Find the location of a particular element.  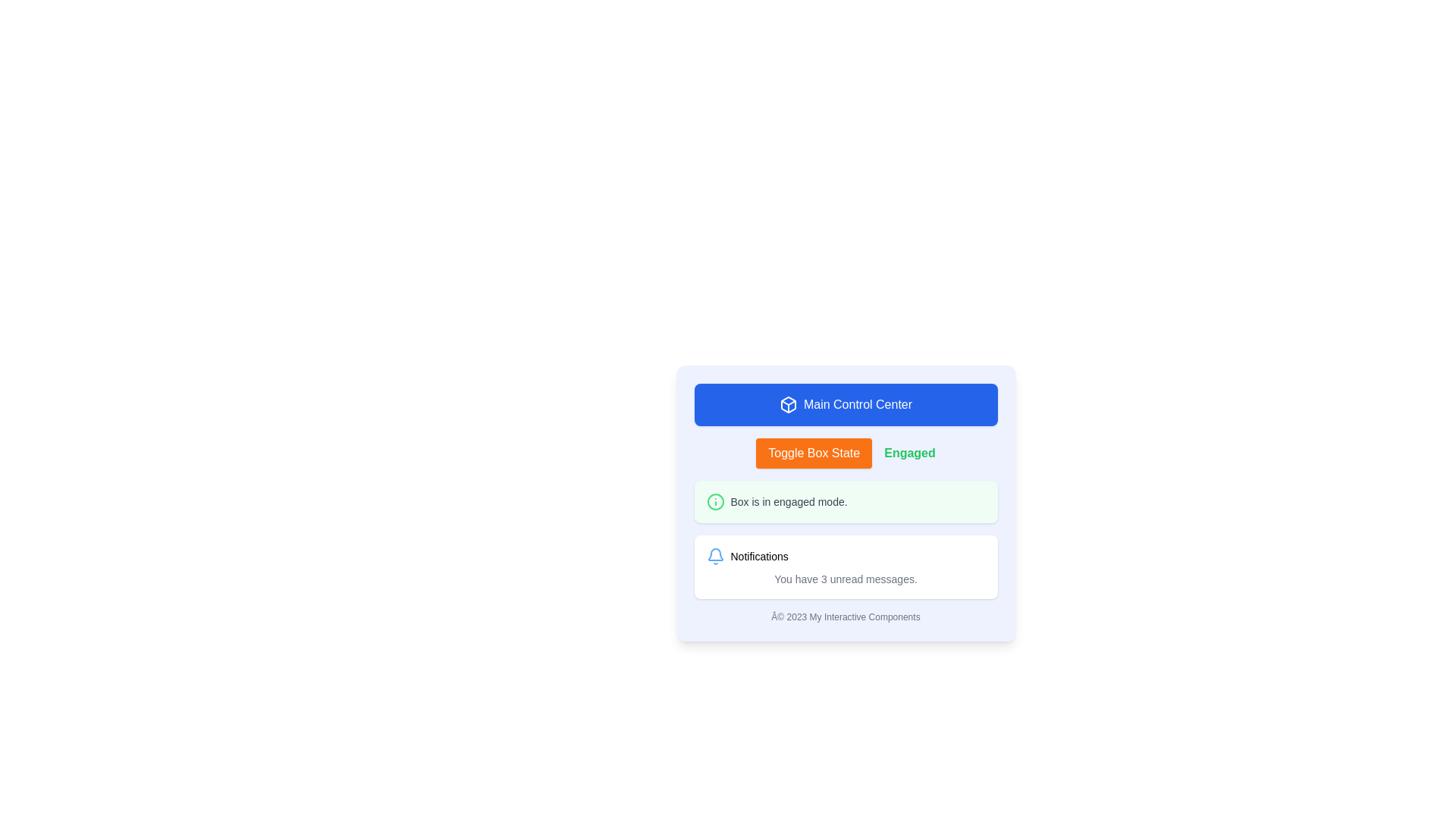

the text label that indicates the number of unread messages in the notification card, located below the 'Notifications' title is located at coordinates (845, 579).